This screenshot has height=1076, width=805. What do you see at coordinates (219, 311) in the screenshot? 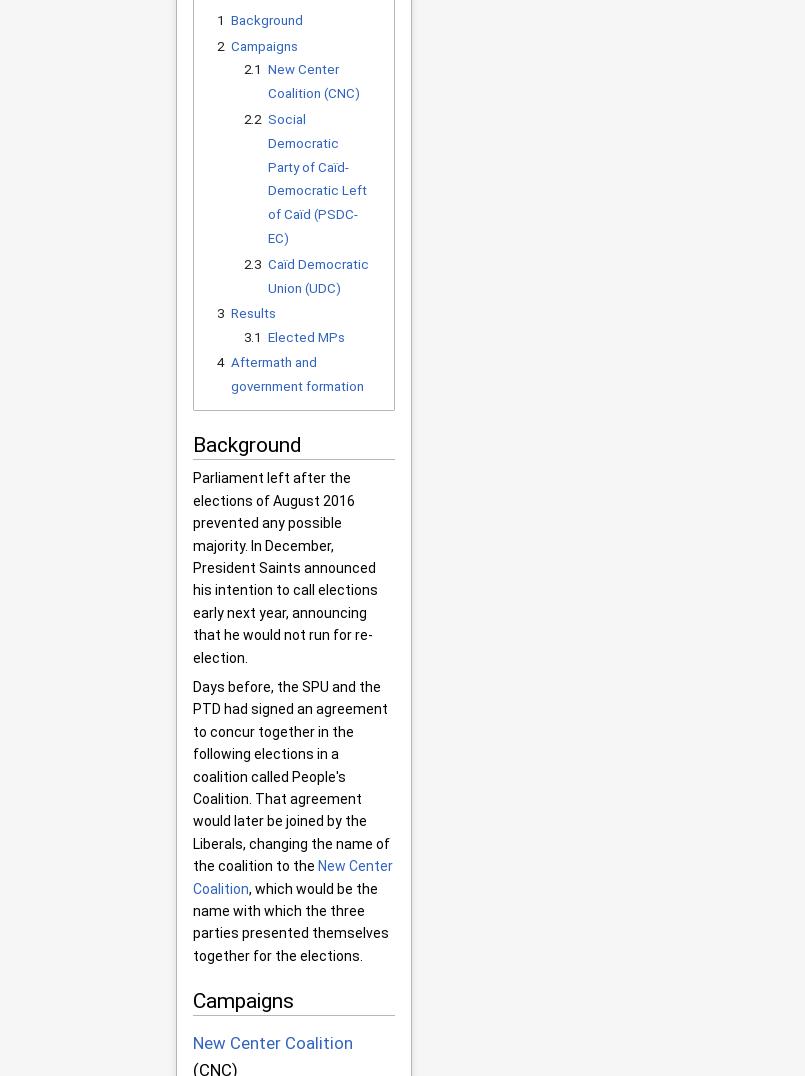
I see `'3'` at bounding box center [219, 311].